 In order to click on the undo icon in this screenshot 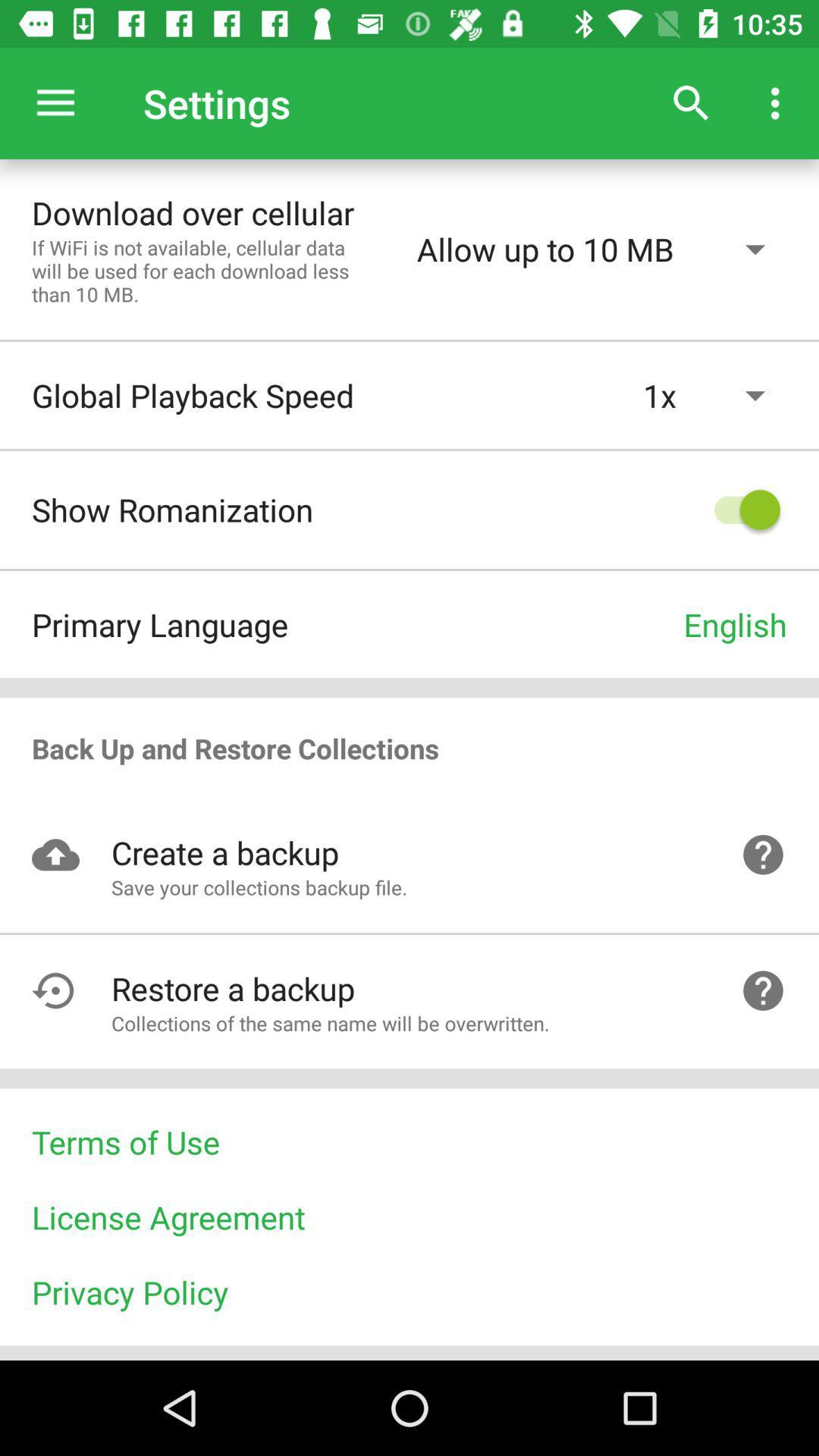, I will do `click(55, 990)`.